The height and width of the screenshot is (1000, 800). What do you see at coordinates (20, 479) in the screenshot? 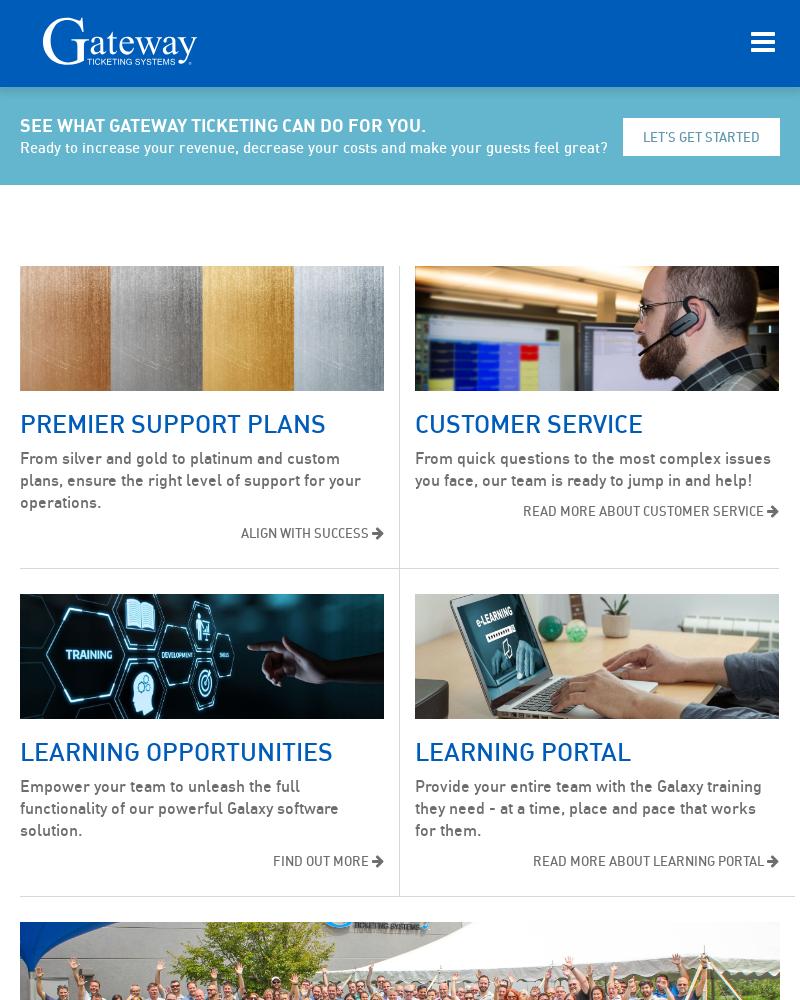
I see `'From silver and gold to platinum and custom plans, ensure the right level of support for your operations.'` at bounding box center [20, 479].